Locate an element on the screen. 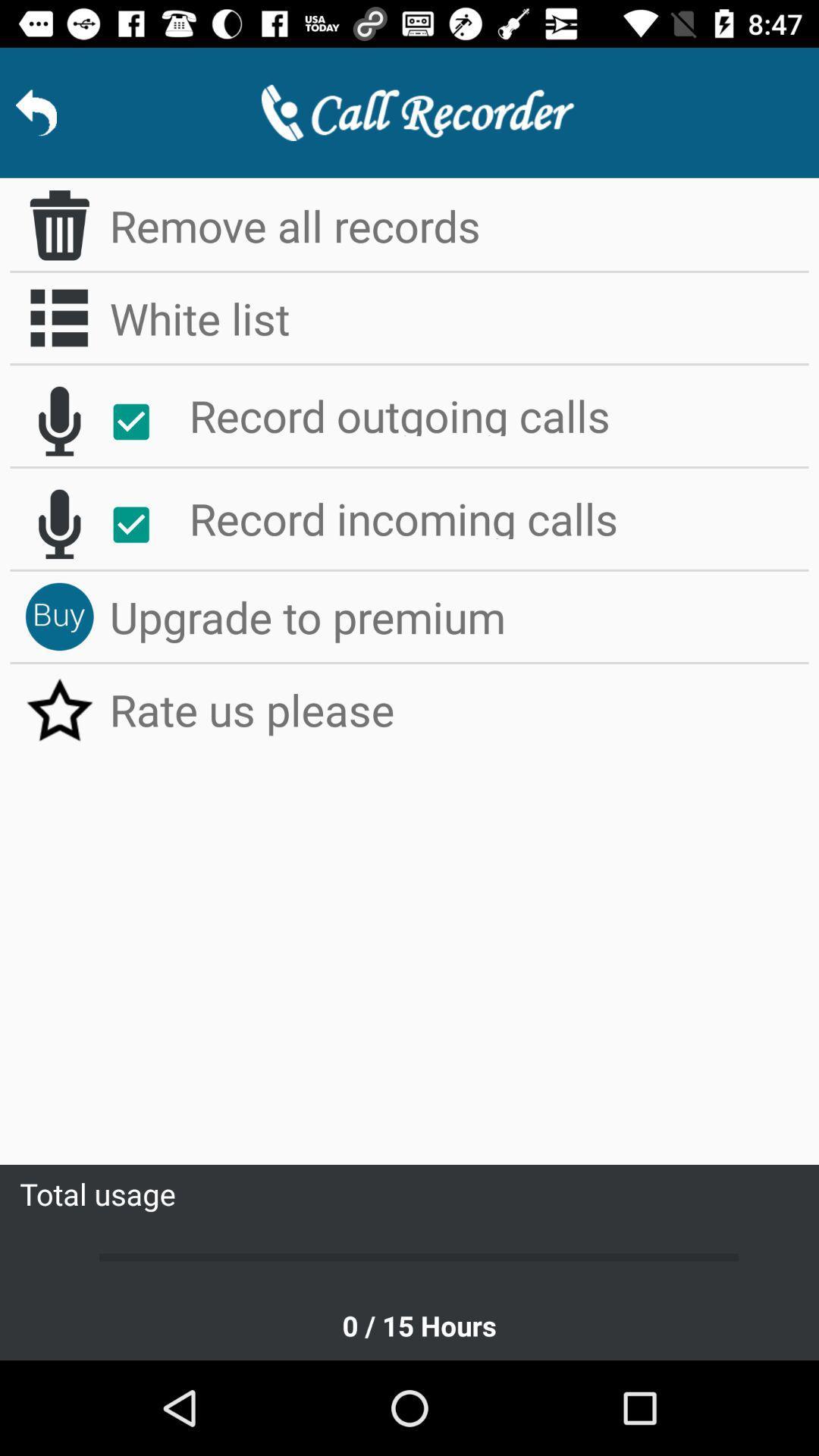 Image resolution: width=819 pixels, height=1456 pixels. white list icon is located at coordinates (458, 317).